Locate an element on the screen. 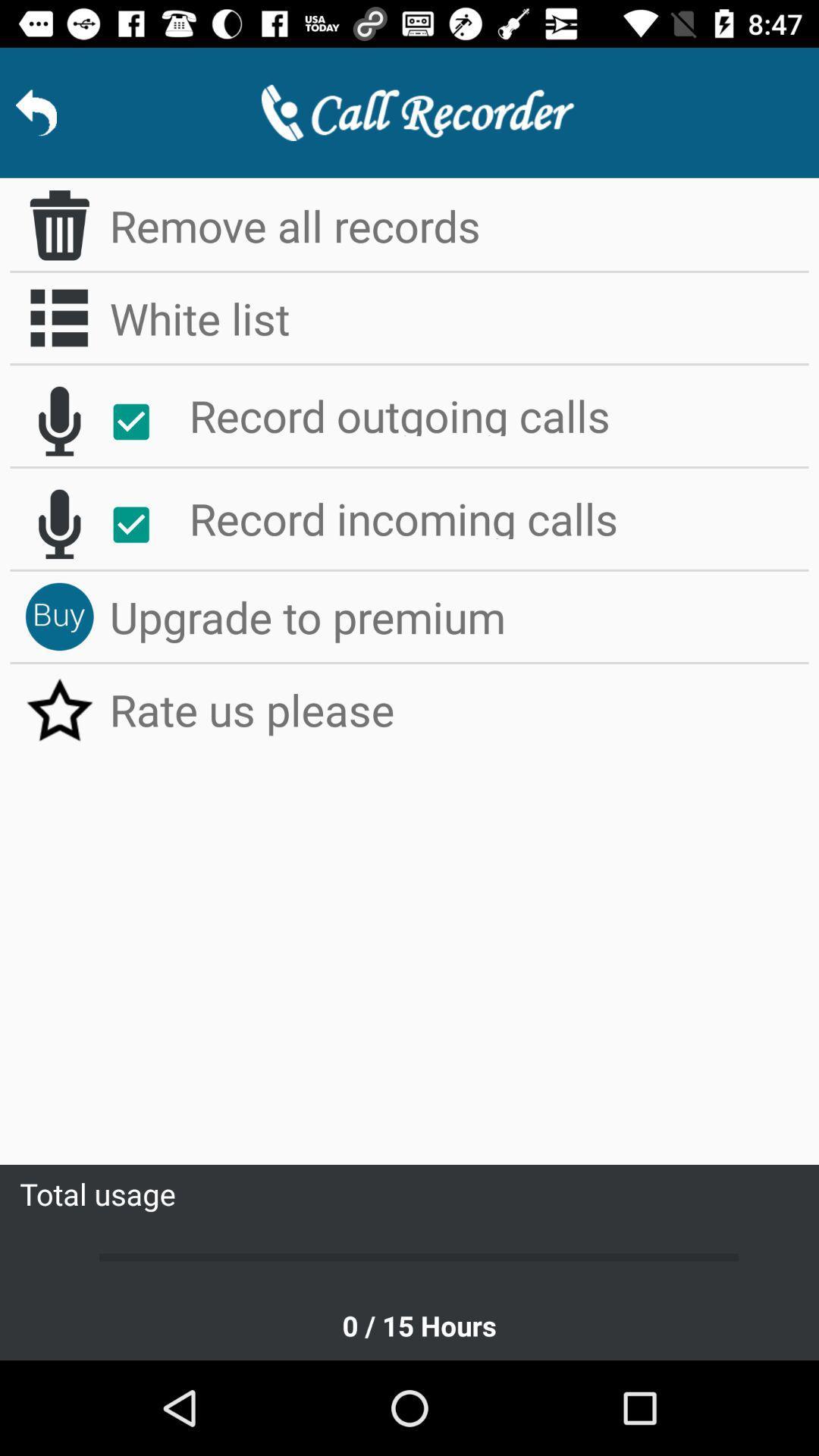 Image resolution: width=819 pixels, height=1456 pixels. white list icon is located at coordinates (458, 317).